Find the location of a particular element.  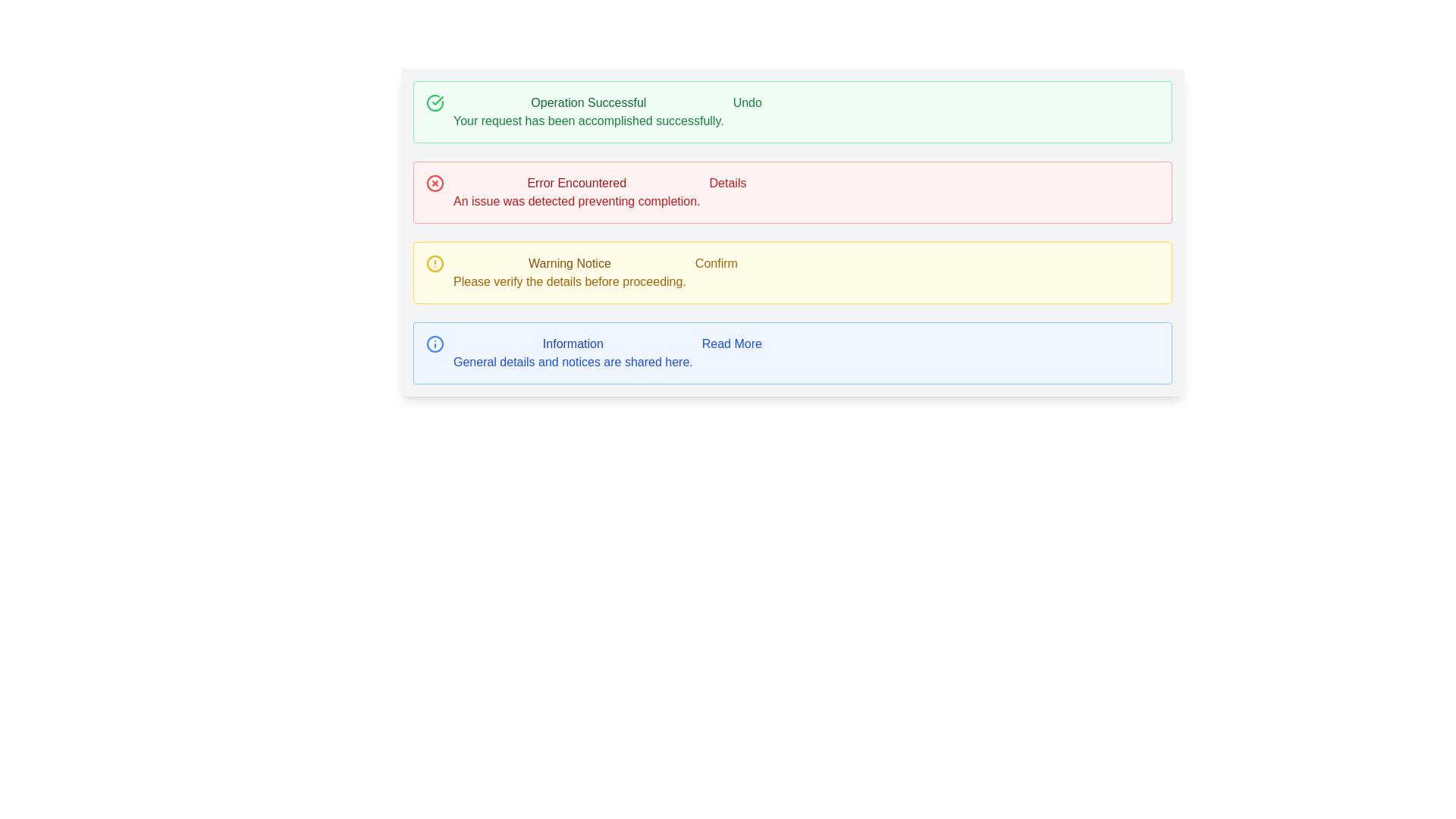

success message text located at the top of the green success message box is located at coordinates (588, 102).